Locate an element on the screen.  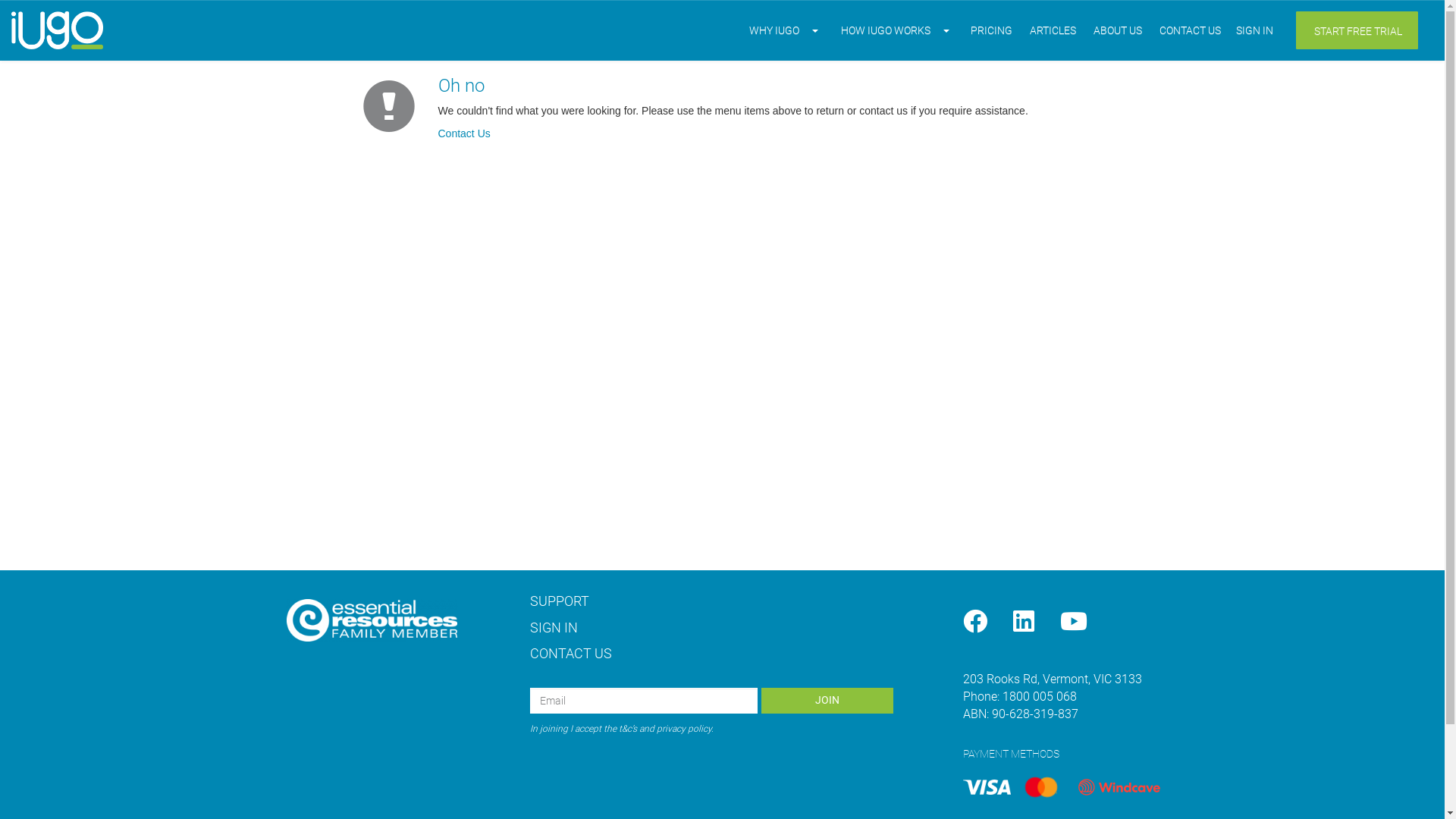
'ABOUT US' is located at coordinates (1118, 30).